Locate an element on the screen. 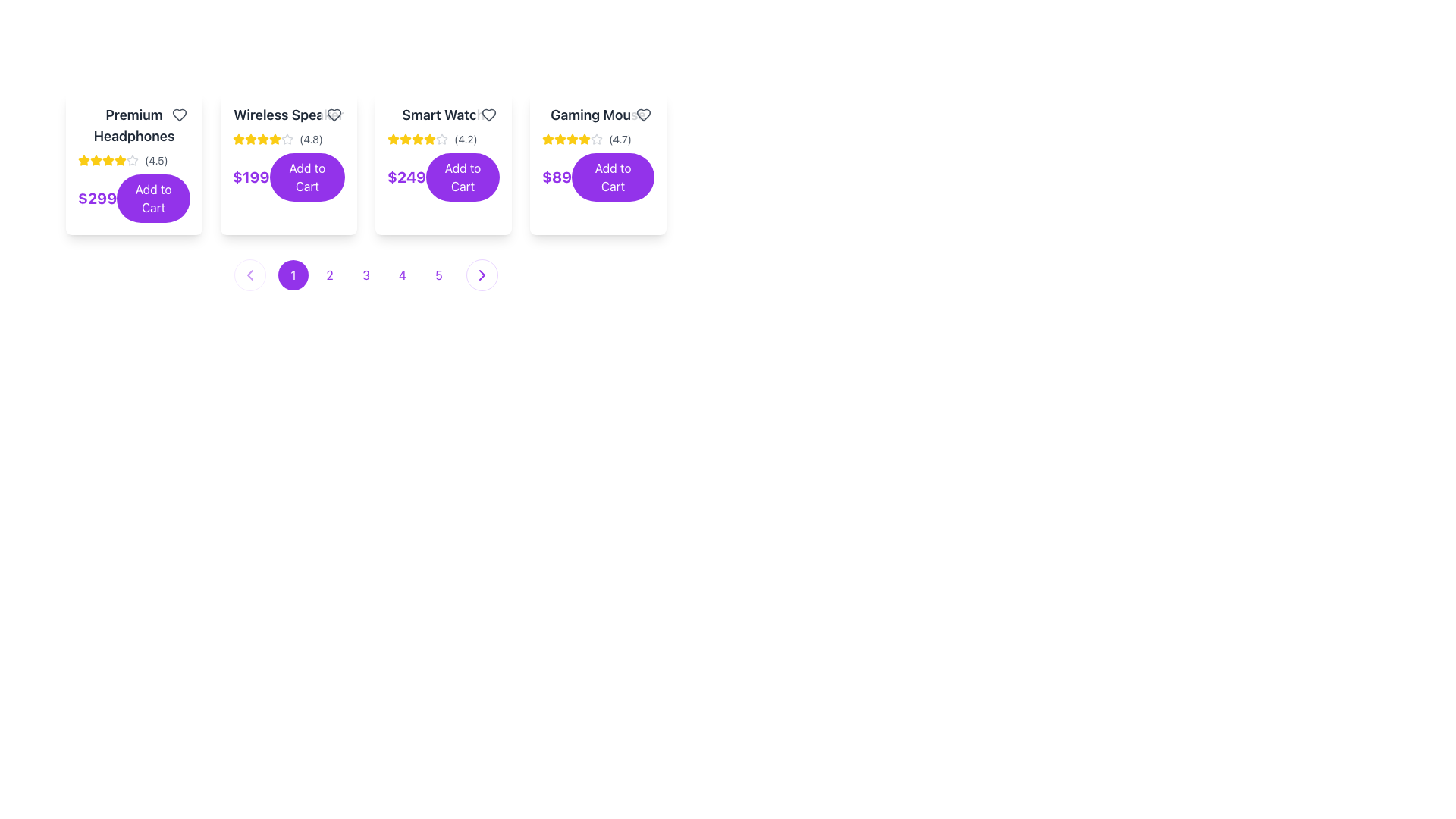  the text label displaying the price '$89' in bold purple font, located in the fourth product card, adjacent to the 'Add to Cart' button is located at coordinates (556, 177).